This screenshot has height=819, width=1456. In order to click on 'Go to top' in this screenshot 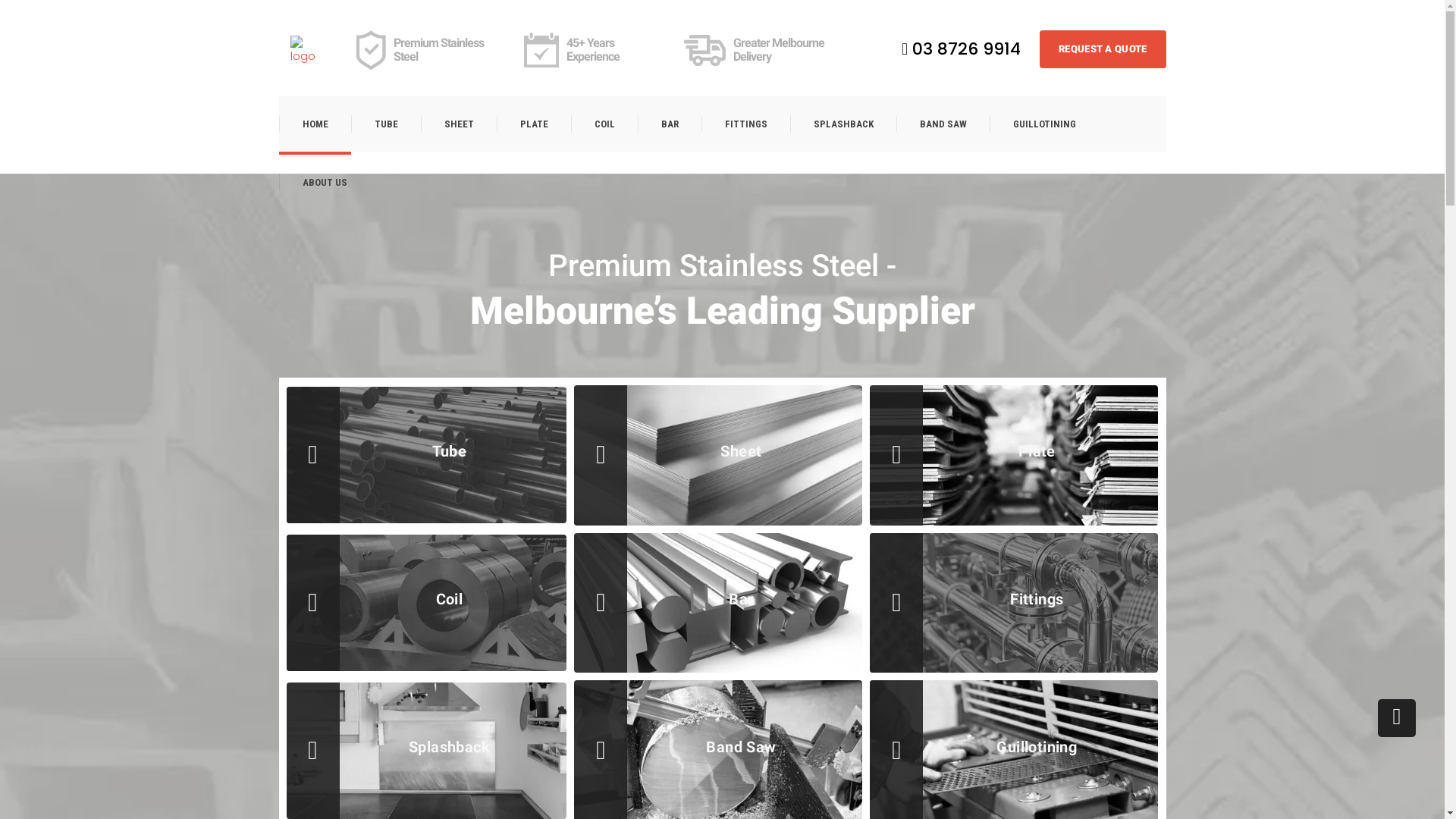, I will do `click(1396, 717)`.